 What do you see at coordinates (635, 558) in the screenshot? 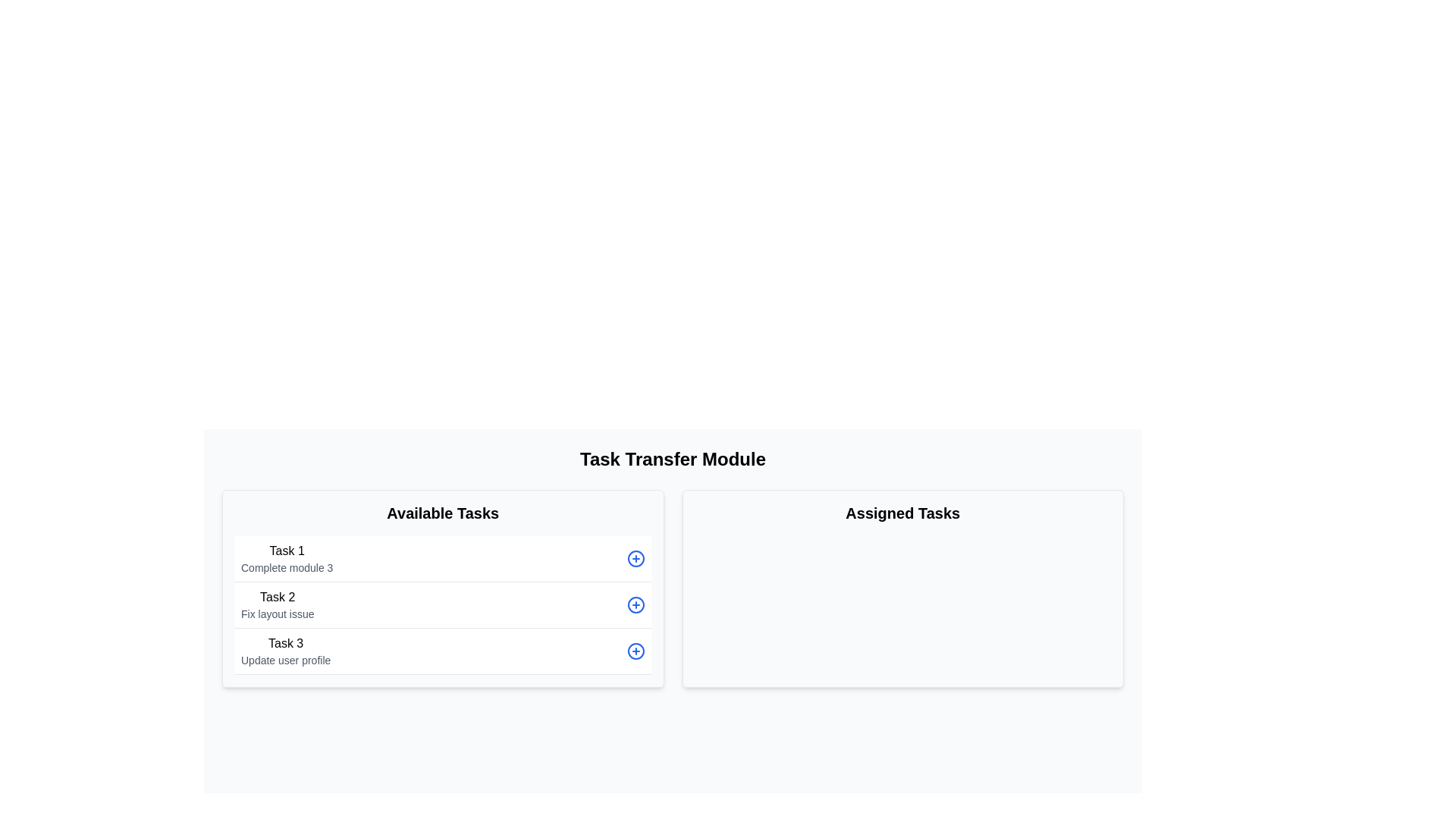
I see `the circular outline of the Vector graphic component located within the 'Available Tasks' panel, right of 'Task 1'` at bounding box center [635, 558].